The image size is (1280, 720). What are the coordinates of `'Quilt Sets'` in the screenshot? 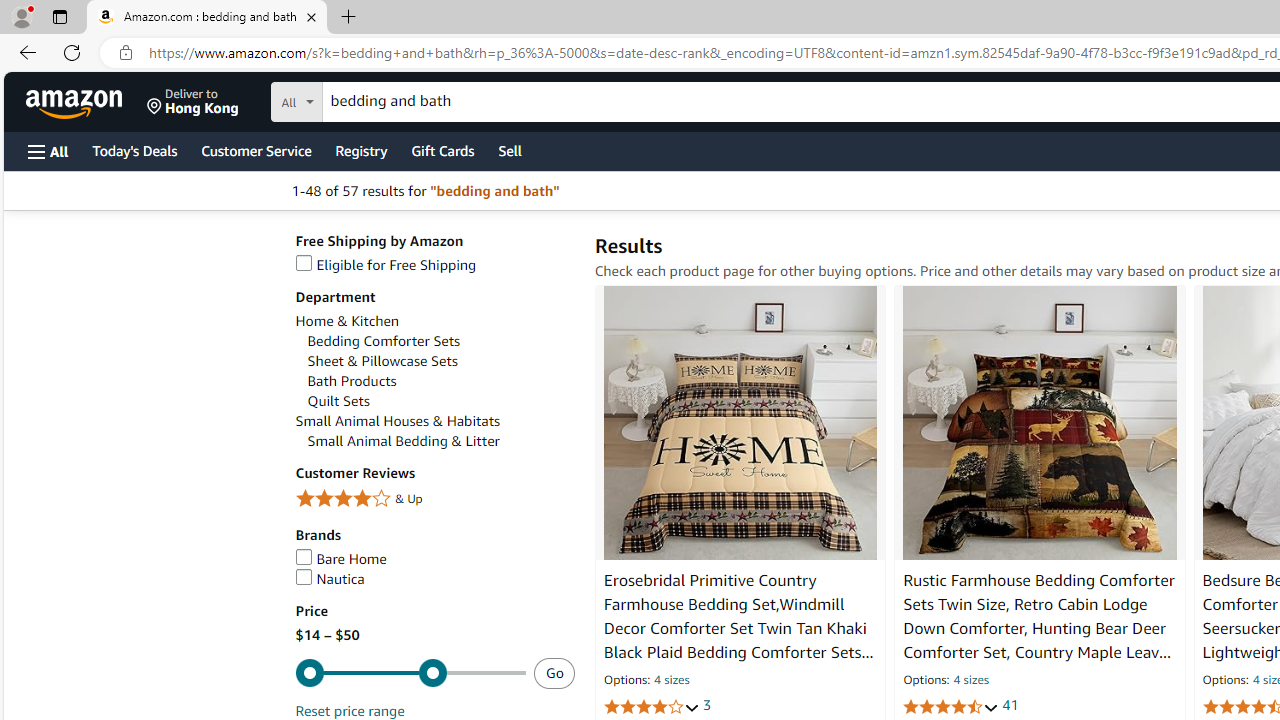 It's located at (439, 401).